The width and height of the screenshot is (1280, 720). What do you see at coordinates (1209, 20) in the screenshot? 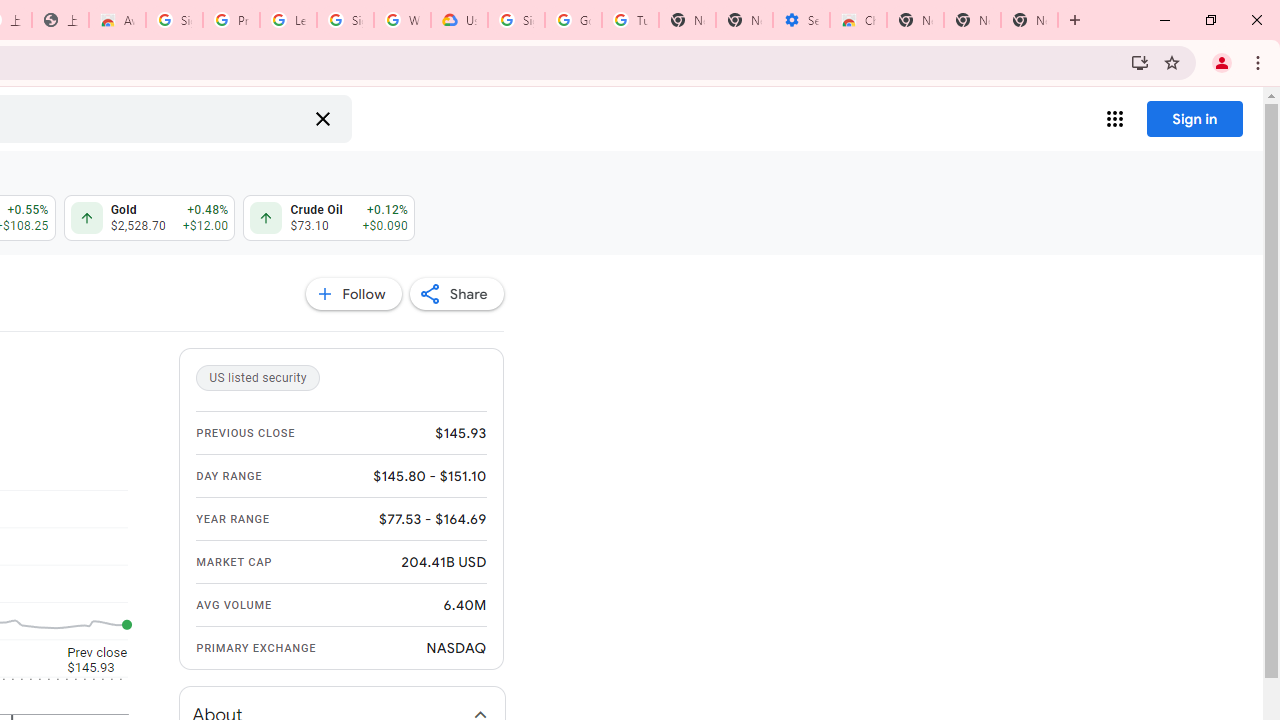
I see `'Restore'` at bounding box center [1209, 20].